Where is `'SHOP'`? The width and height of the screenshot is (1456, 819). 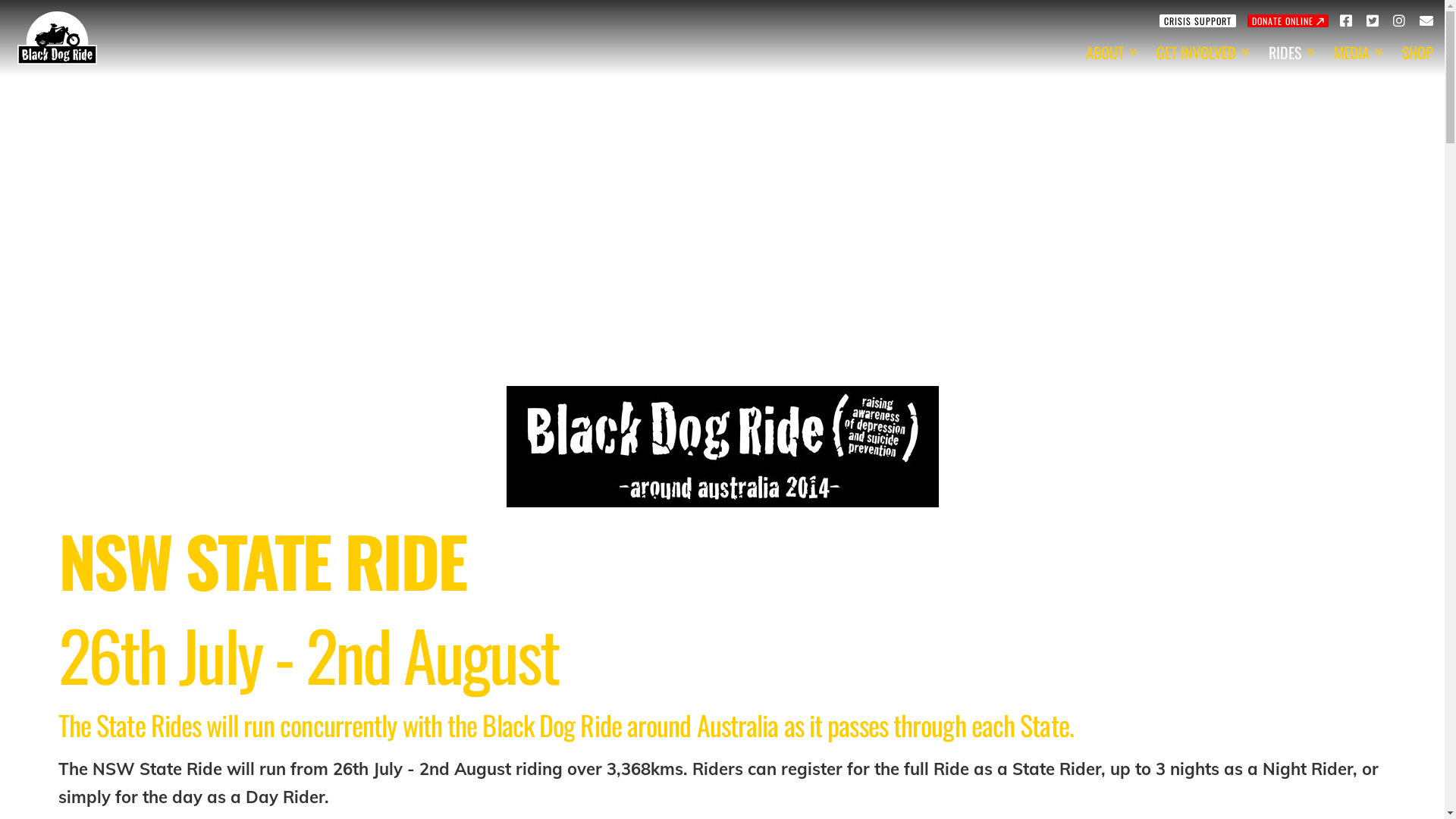 'SHOP' is located at coordinates (1417, 52).